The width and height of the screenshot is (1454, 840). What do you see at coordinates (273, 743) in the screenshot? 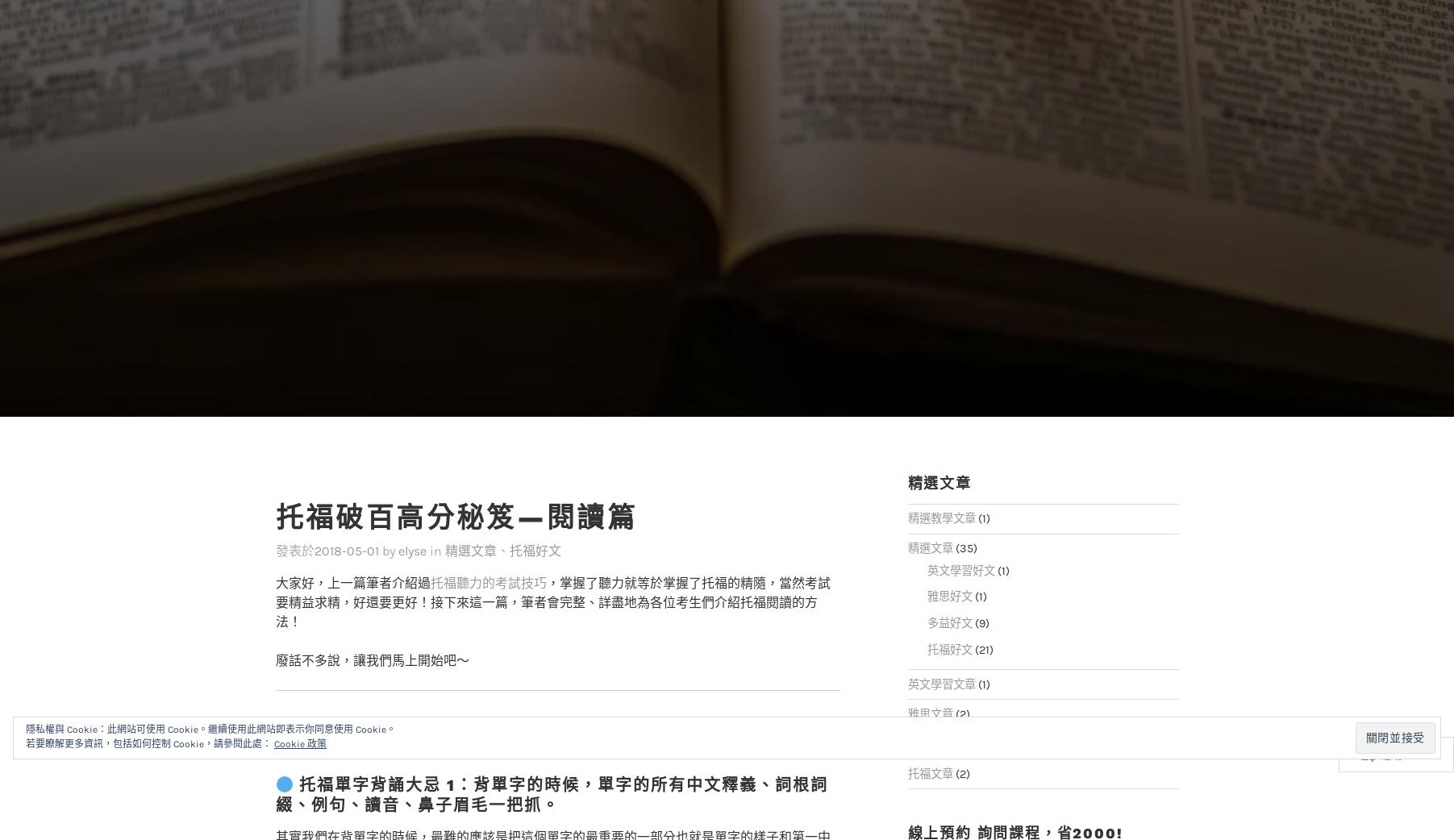
I see `'Cookie 政策'` at bounding box center [273, 743].